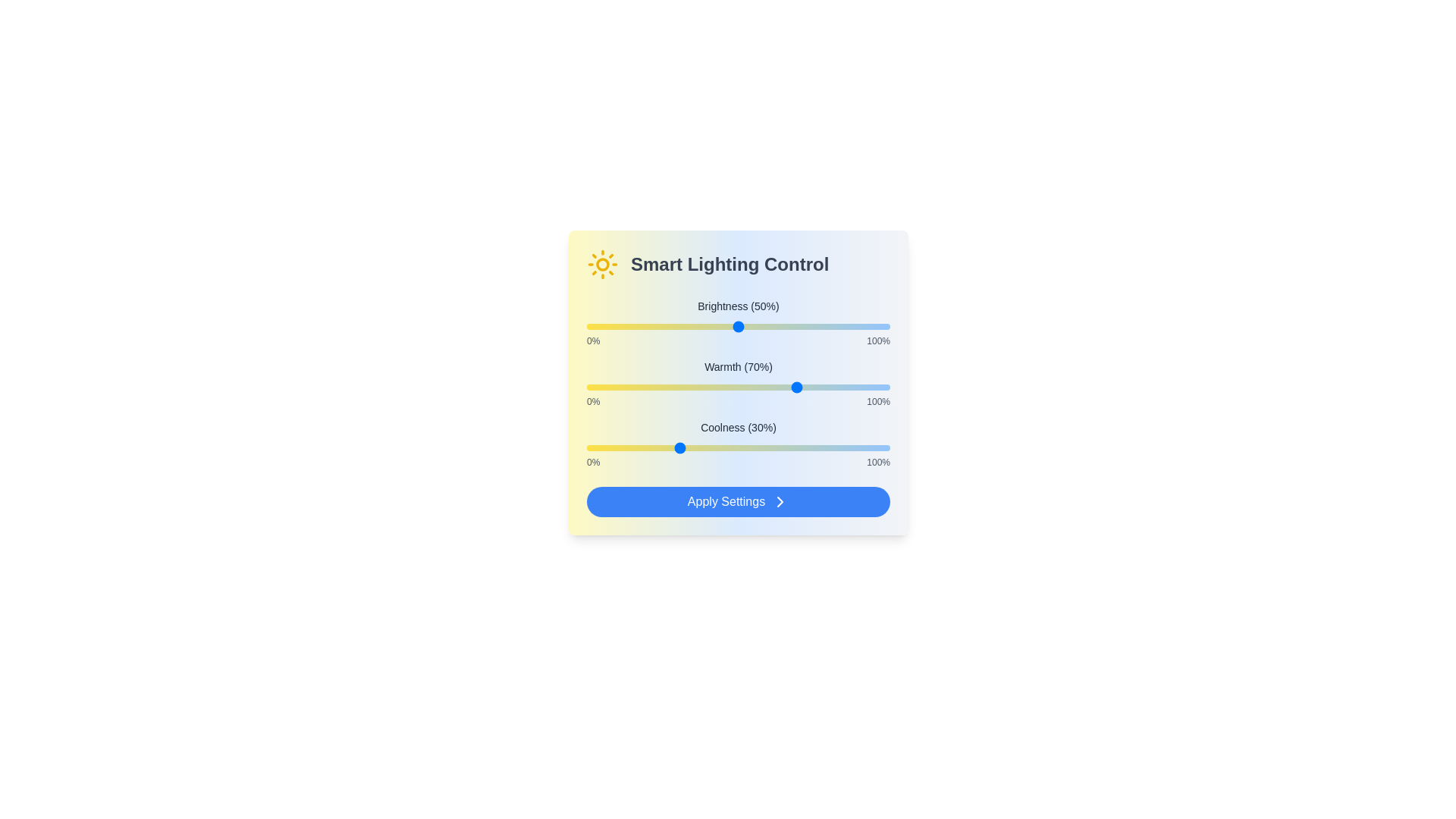 This screenshot has width=1456, height=819. Describe the element at coordinates (739, 263) in the screenshot. I see `the text area labeled 'Smart Lighting Control' and read its content` at that location.